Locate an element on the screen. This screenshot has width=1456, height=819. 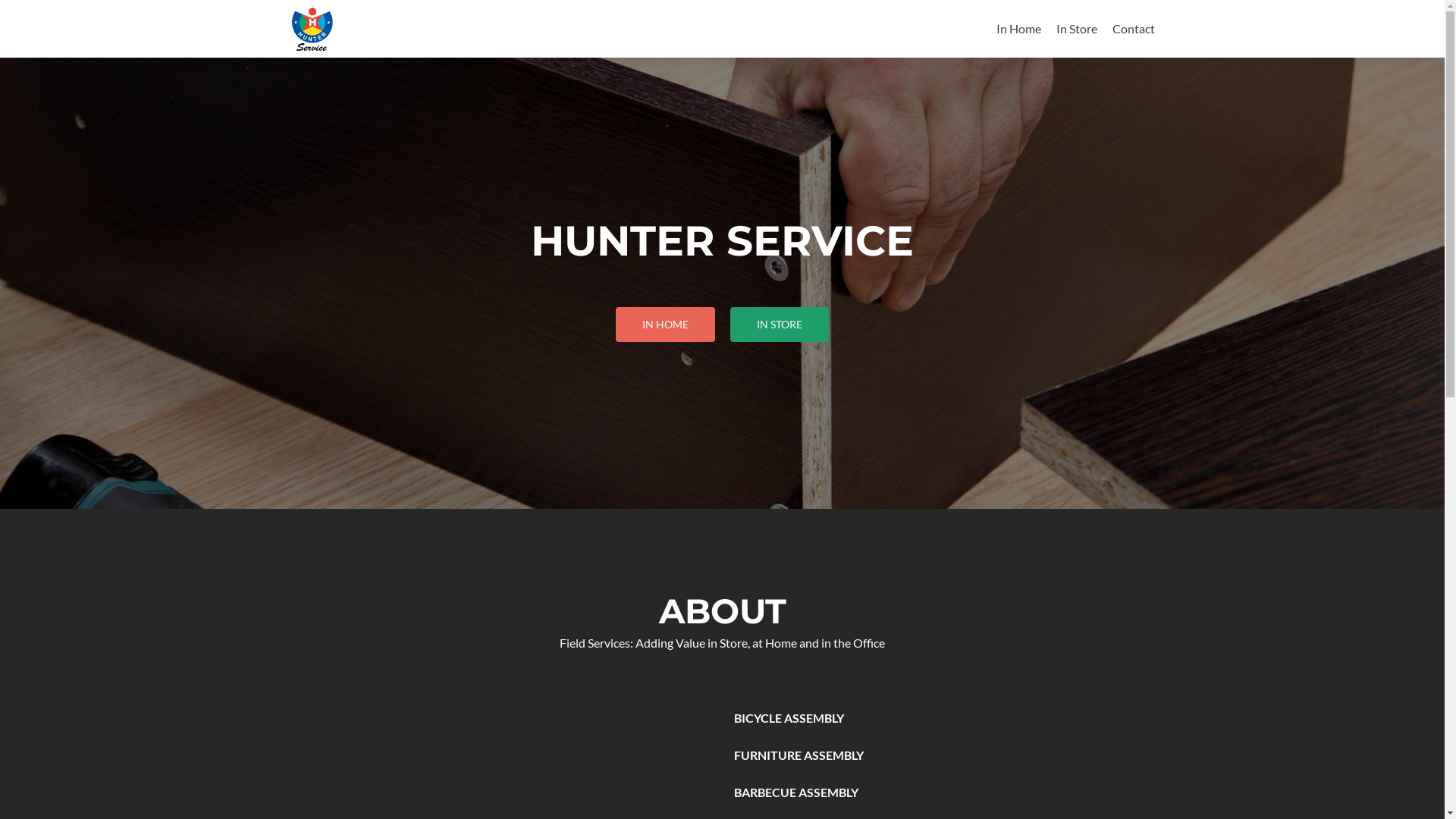
'In Home' is located at coordinates (1018, 28).